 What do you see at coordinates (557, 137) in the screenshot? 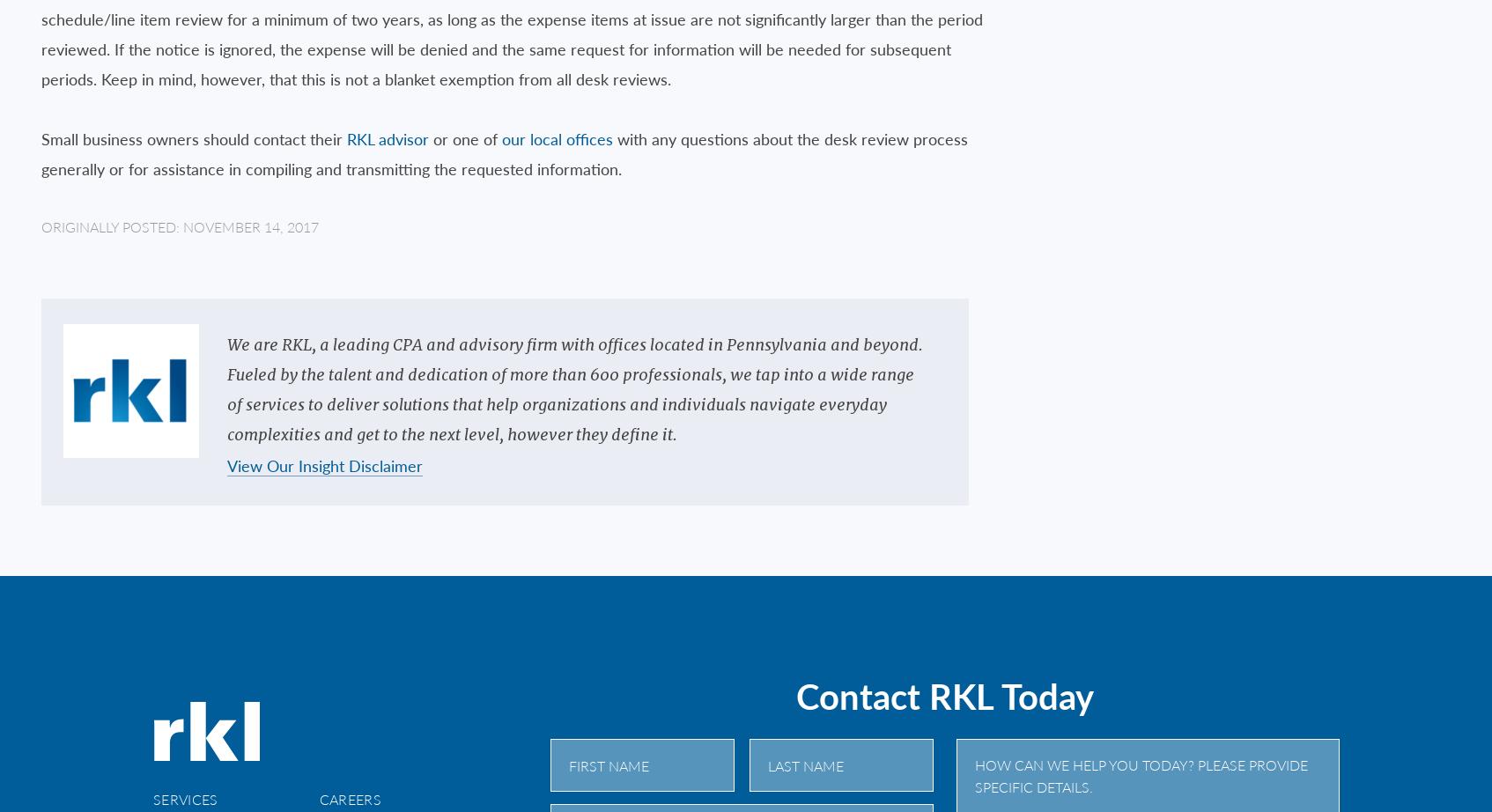
I see `'our local offices'` at bounding box center [557, 137].